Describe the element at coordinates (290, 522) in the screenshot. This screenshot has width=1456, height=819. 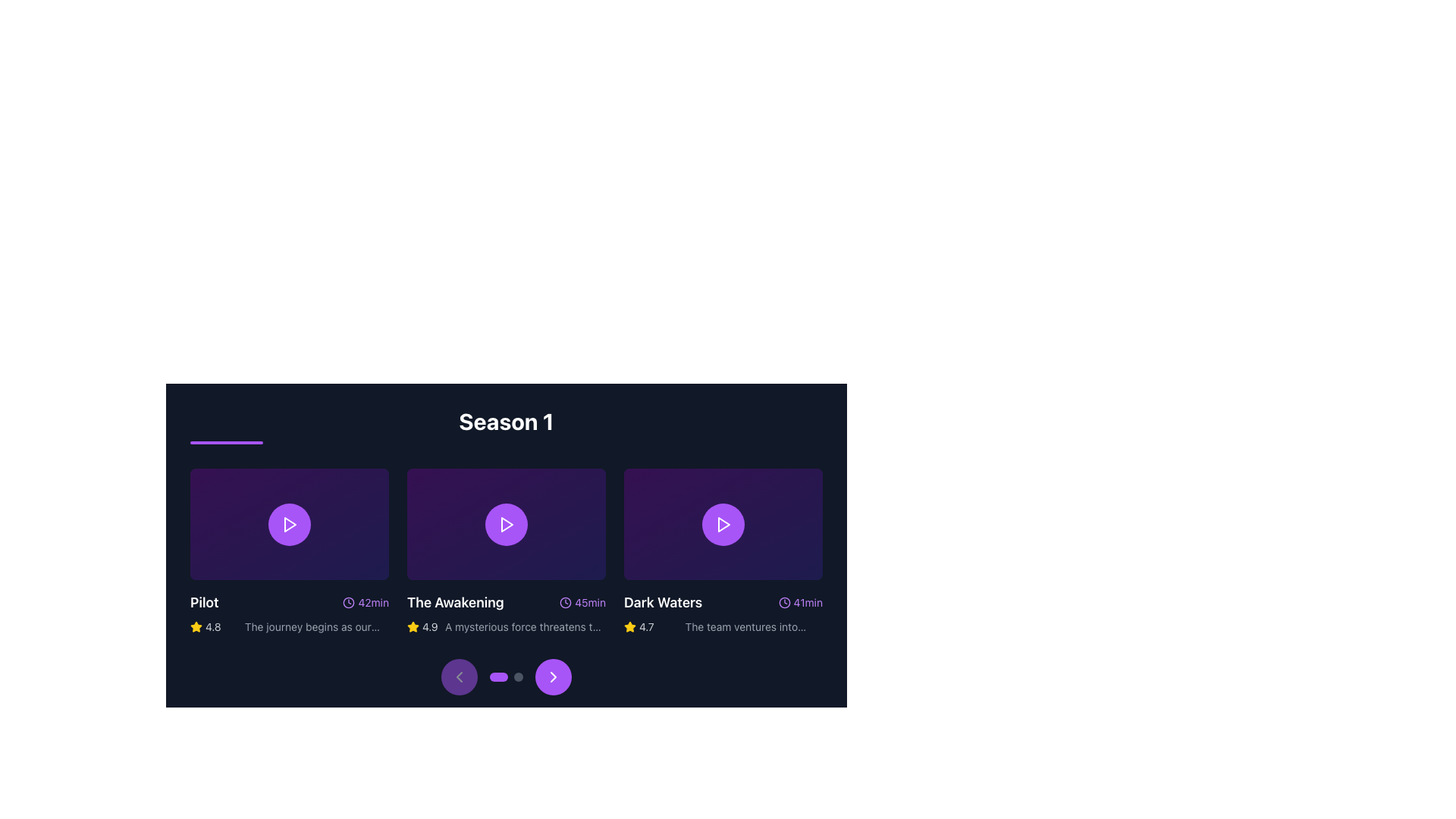
I see `the triangular play icon located at the center of the upper section of the first media card in the carousel to play the associated media` at that location.